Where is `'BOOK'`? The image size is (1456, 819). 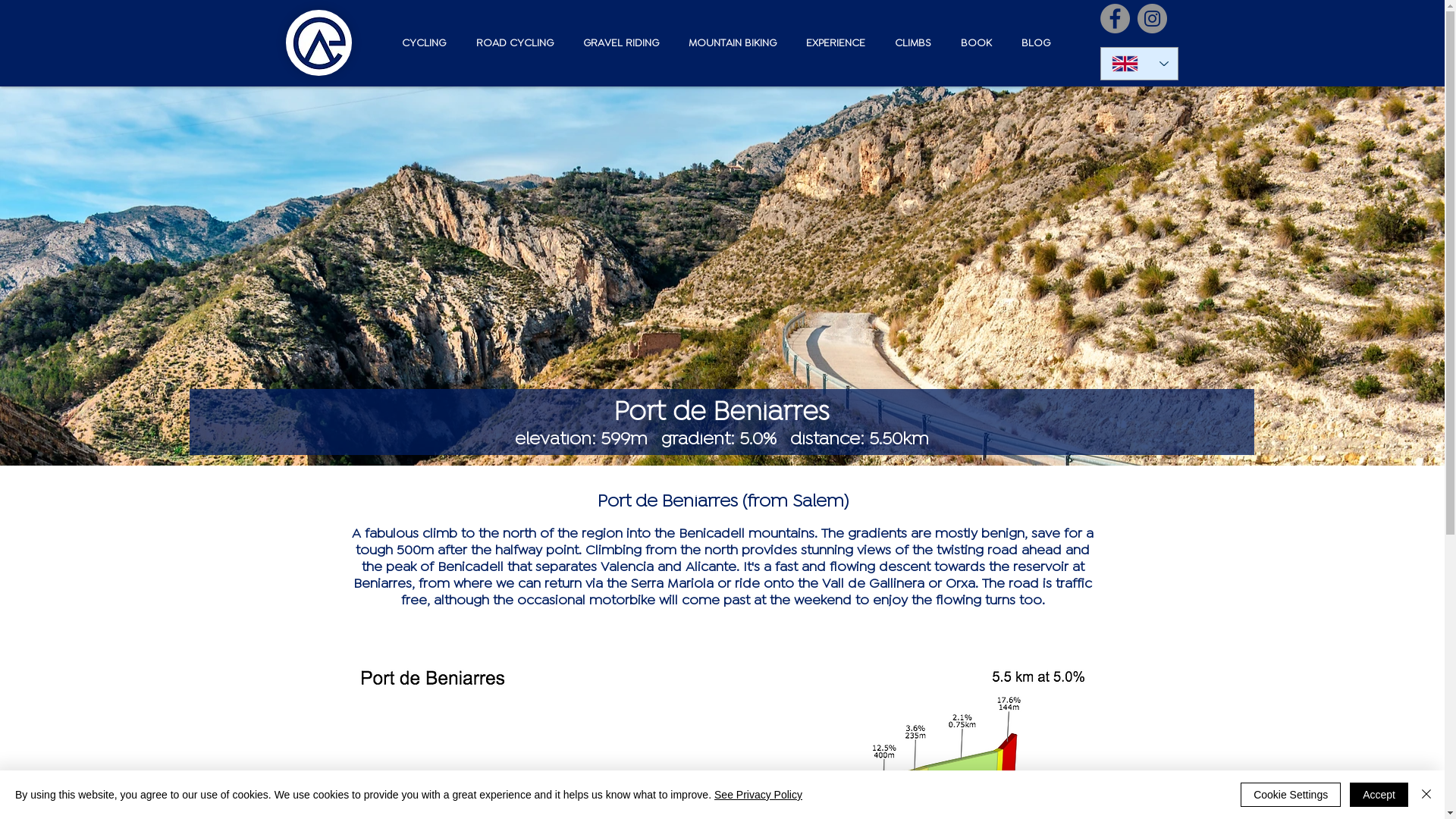
'BOOK' is located at coordinates (941, 42).